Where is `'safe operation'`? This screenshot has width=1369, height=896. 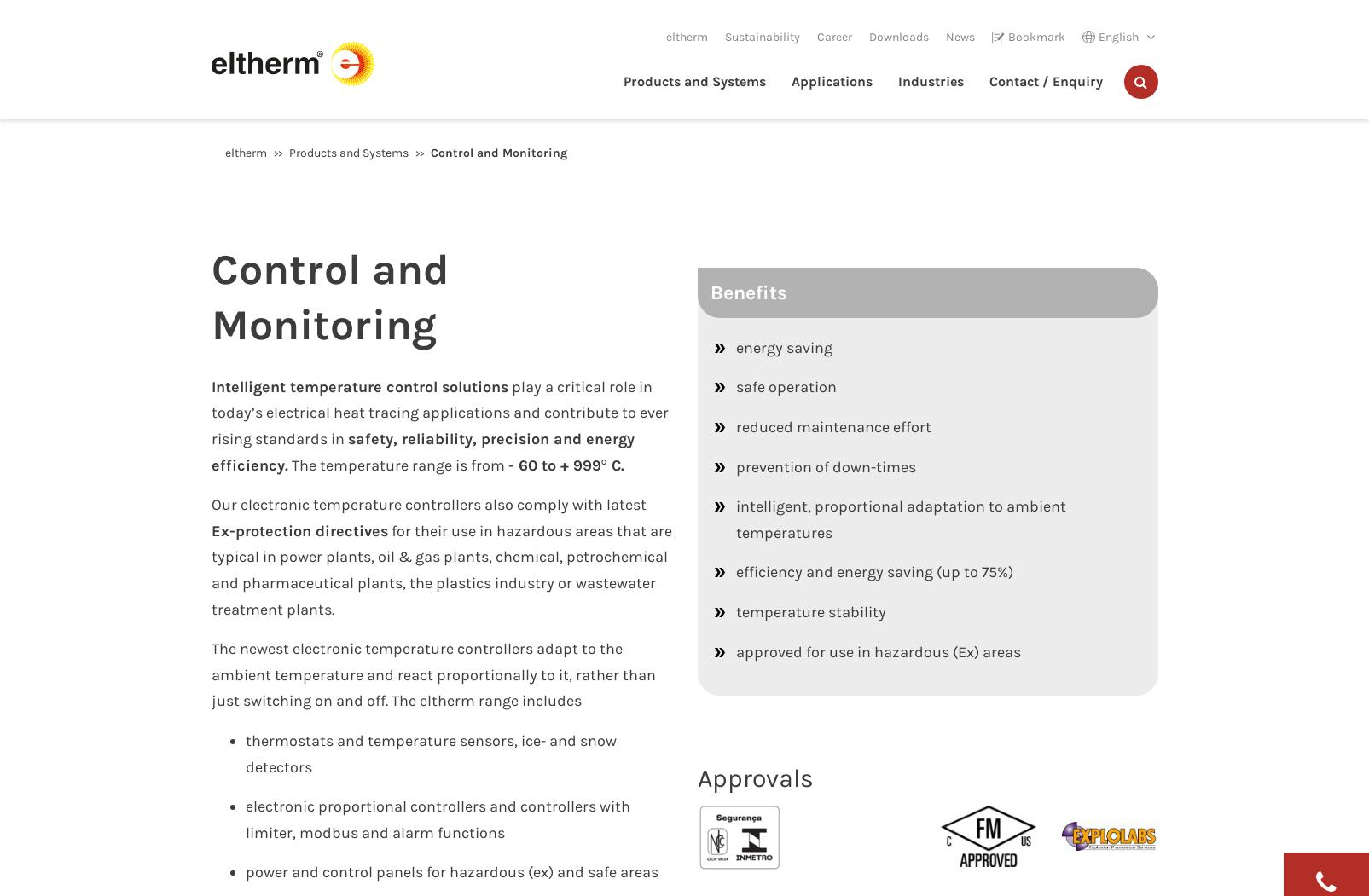 'safe operation' is located at coordinates (784, 386).